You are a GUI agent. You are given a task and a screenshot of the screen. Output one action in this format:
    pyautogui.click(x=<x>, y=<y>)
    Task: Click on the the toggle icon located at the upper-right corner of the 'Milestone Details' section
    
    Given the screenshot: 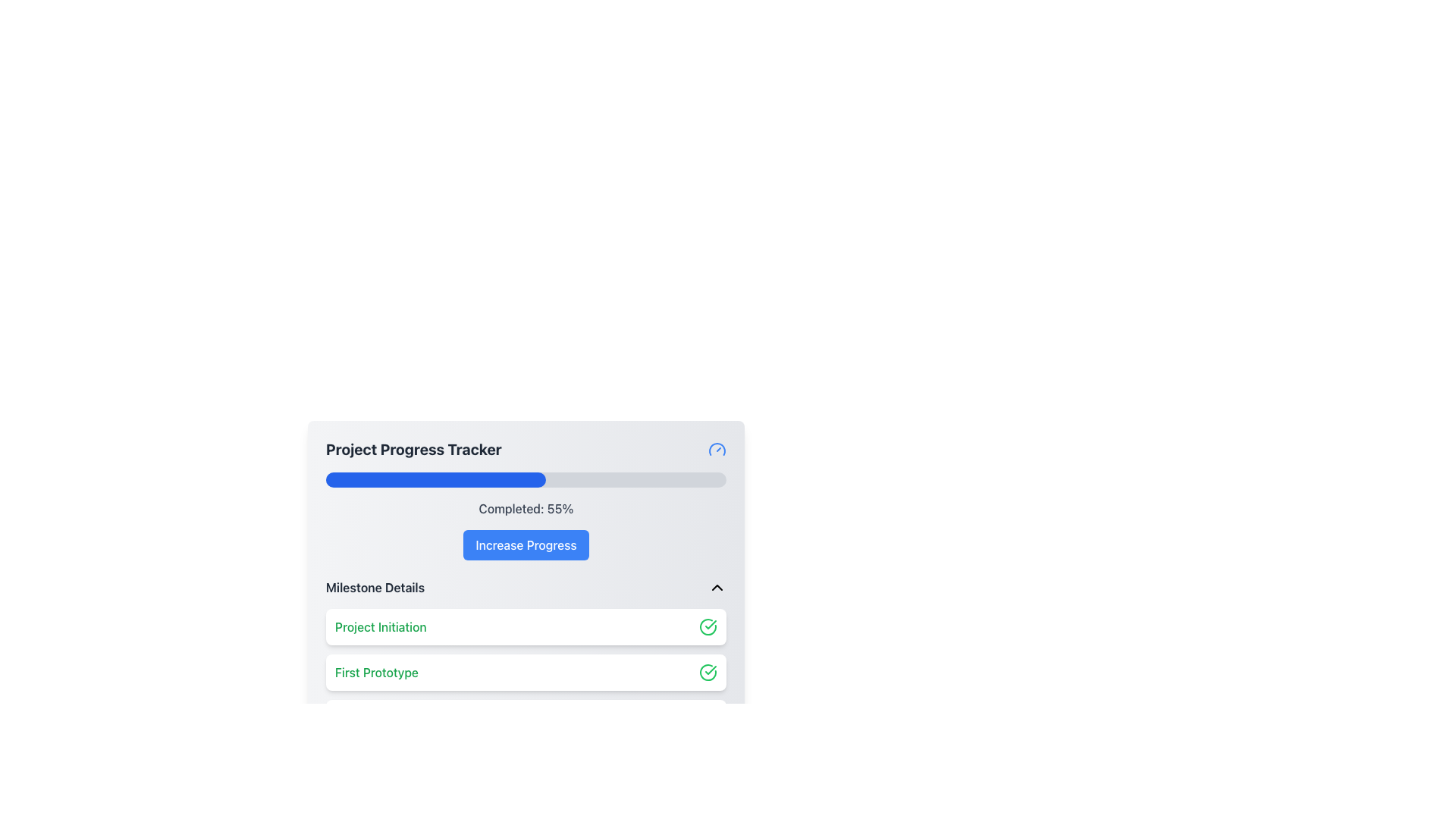 What is the action you would take?
    pyautogui.click(x=716, y=587)
    